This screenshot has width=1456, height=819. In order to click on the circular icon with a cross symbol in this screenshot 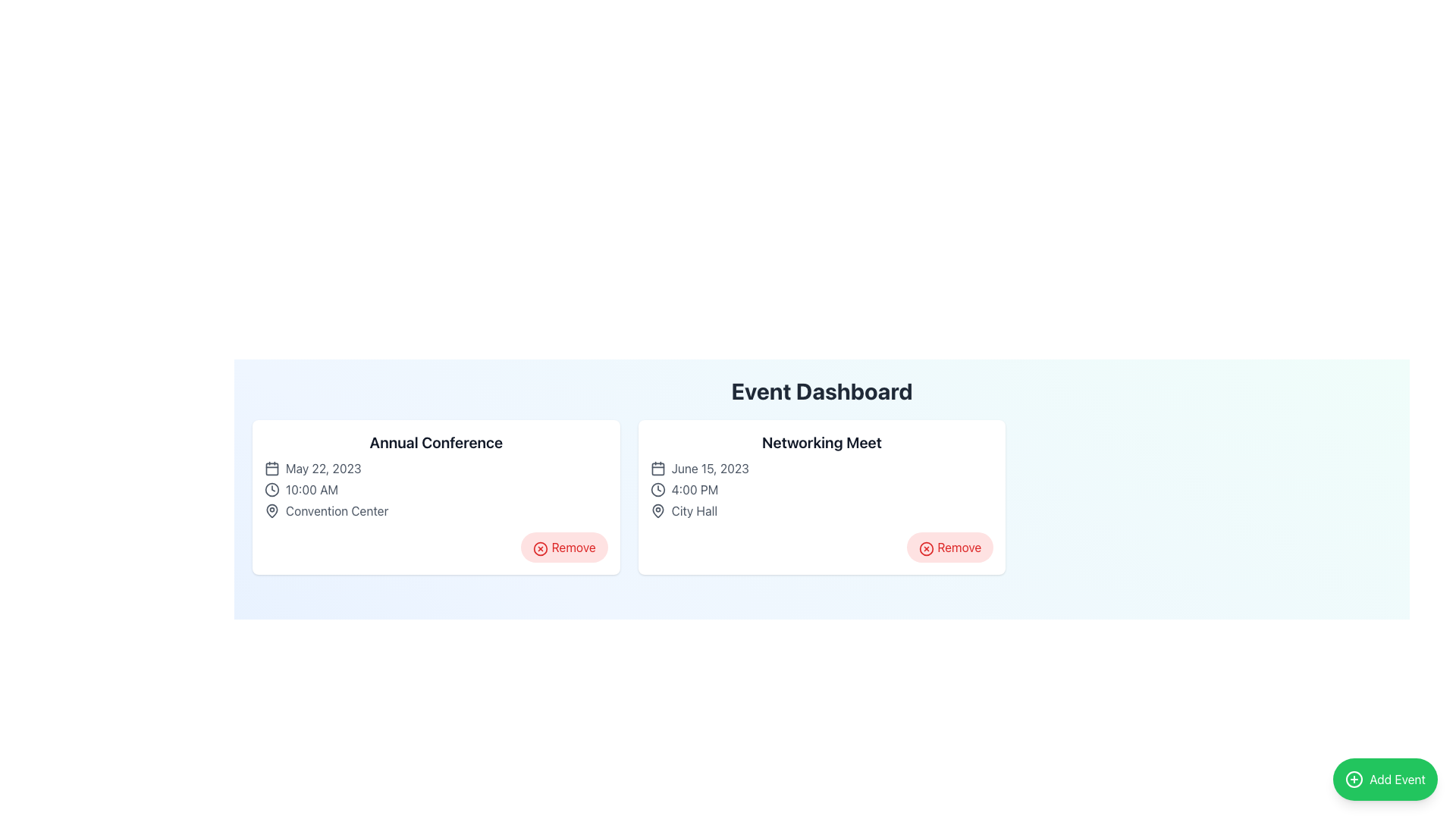, I will do `click(541, 548)`.